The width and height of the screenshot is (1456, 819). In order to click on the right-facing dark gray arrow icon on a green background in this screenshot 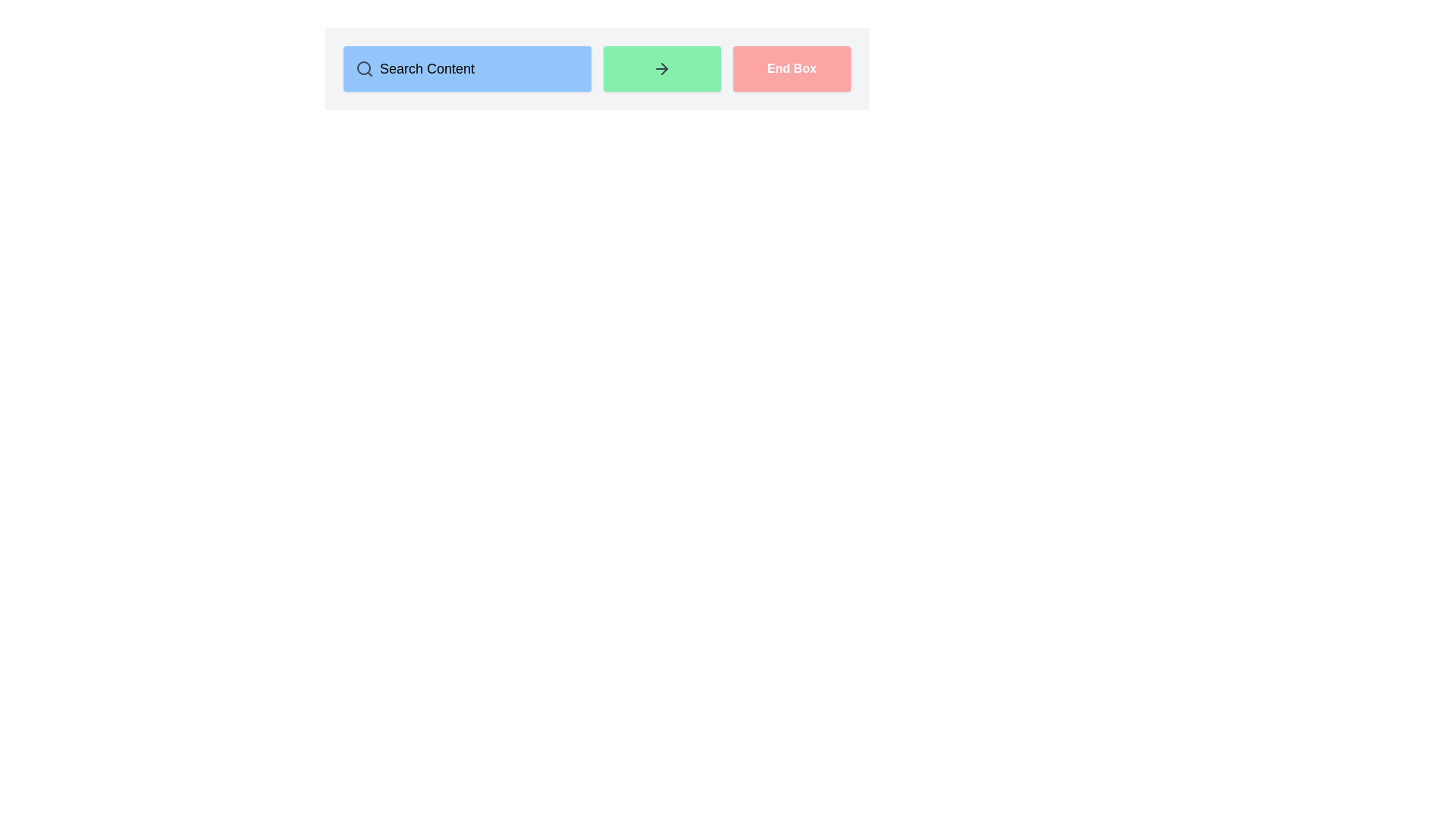, I will do `click(662, 69)`.